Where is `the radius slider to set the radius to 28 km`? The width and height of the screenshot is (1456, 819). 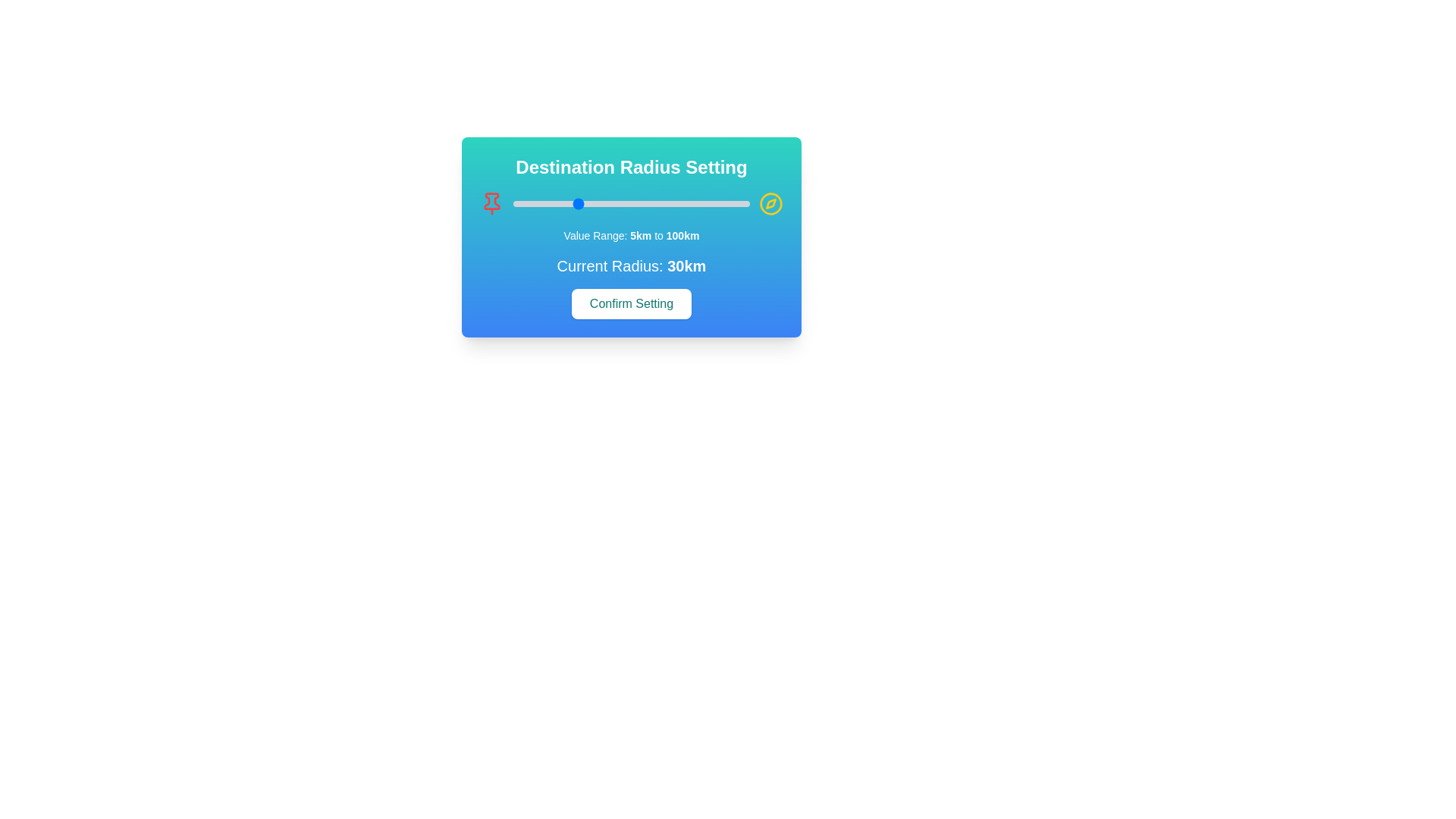
the radius slider to set the radius to 28 km is located at coordinates (570, 203).